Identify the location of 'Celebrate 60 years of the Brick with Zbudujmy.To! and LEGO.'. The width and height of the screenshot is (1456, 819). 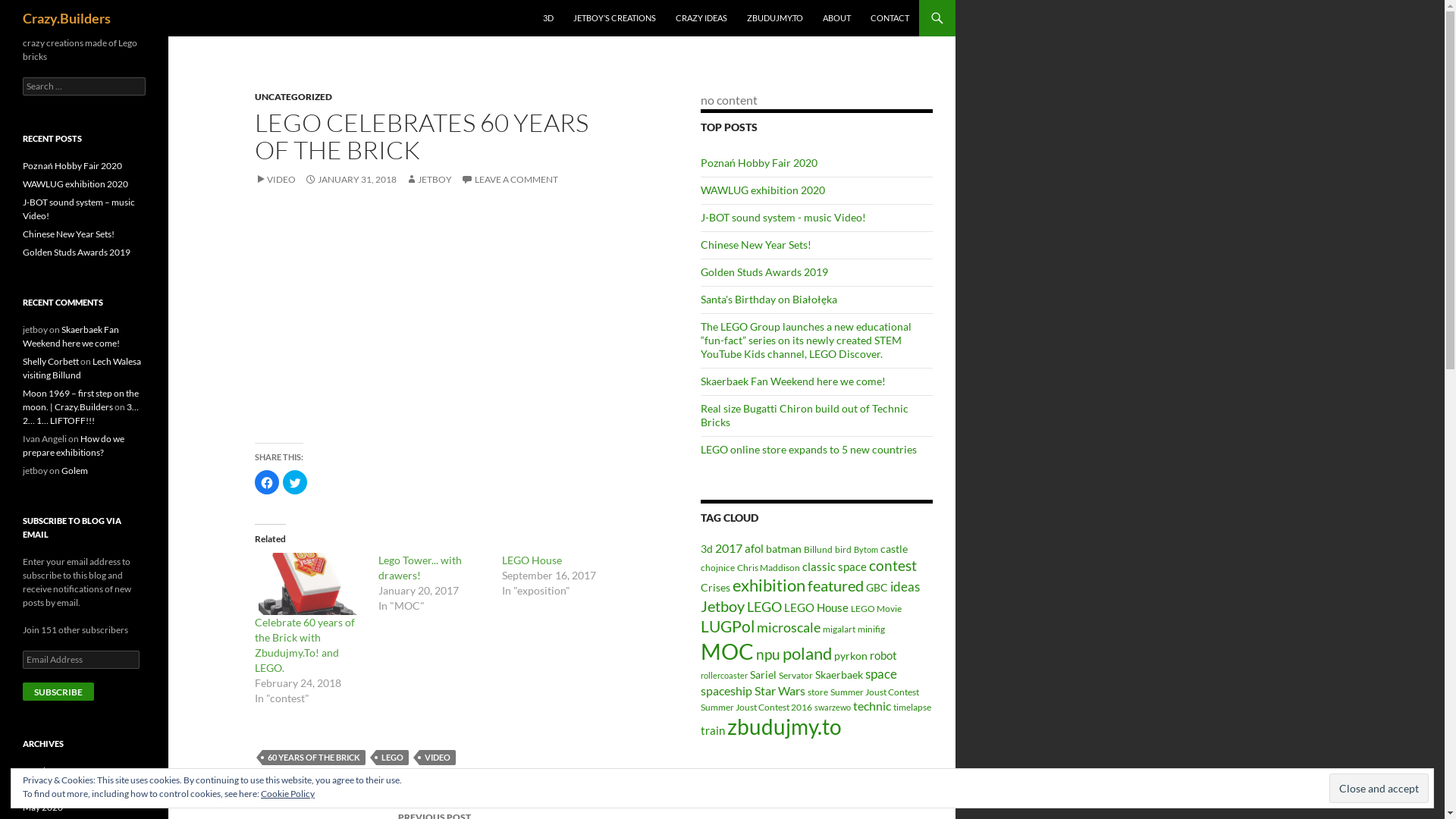
(308, 583).